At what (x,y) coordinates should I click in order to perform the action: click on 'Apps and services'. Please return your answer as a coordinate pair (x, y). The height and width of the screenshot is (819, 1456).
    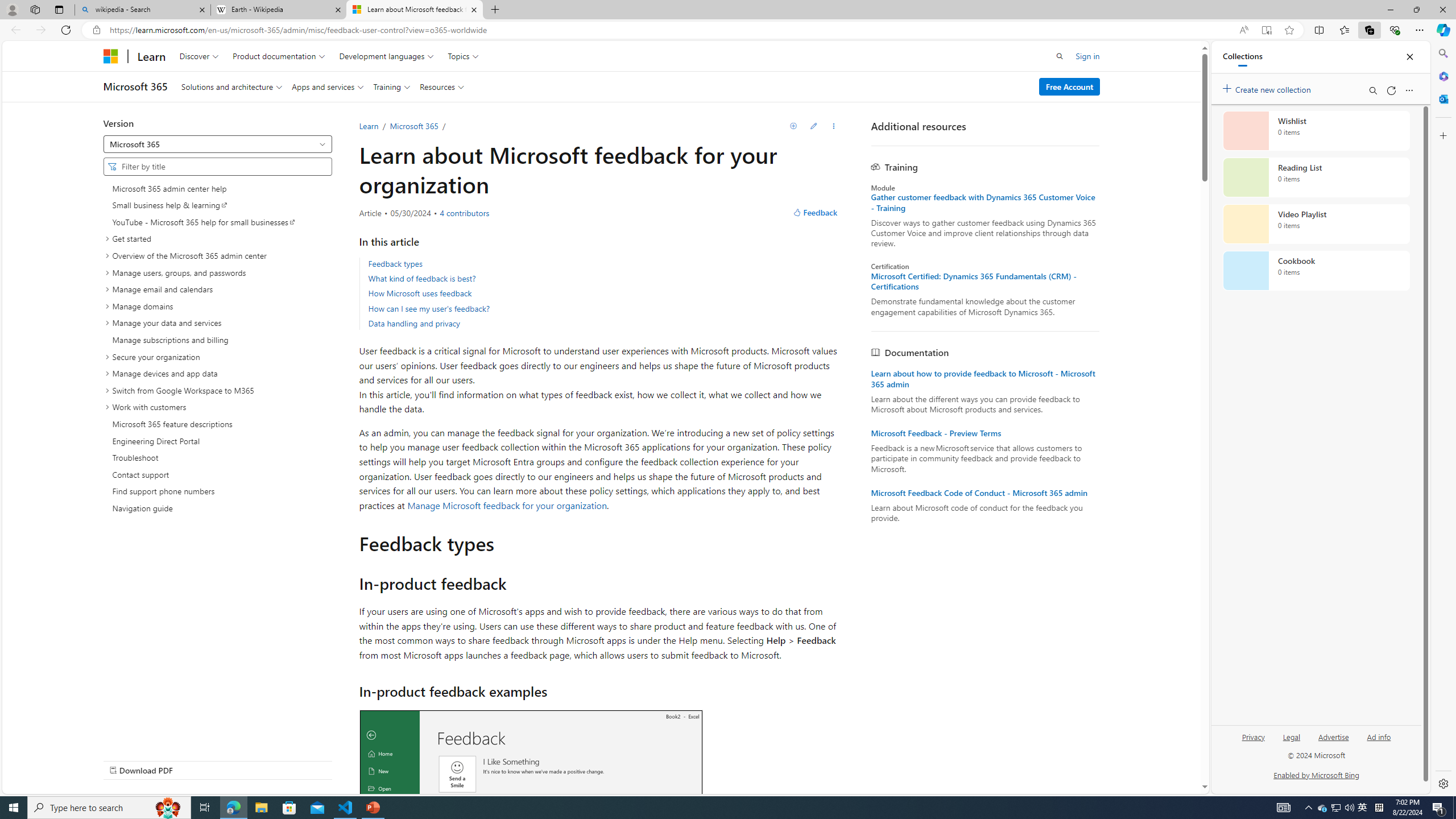
    Looking at the image, I should click on (328, 86).